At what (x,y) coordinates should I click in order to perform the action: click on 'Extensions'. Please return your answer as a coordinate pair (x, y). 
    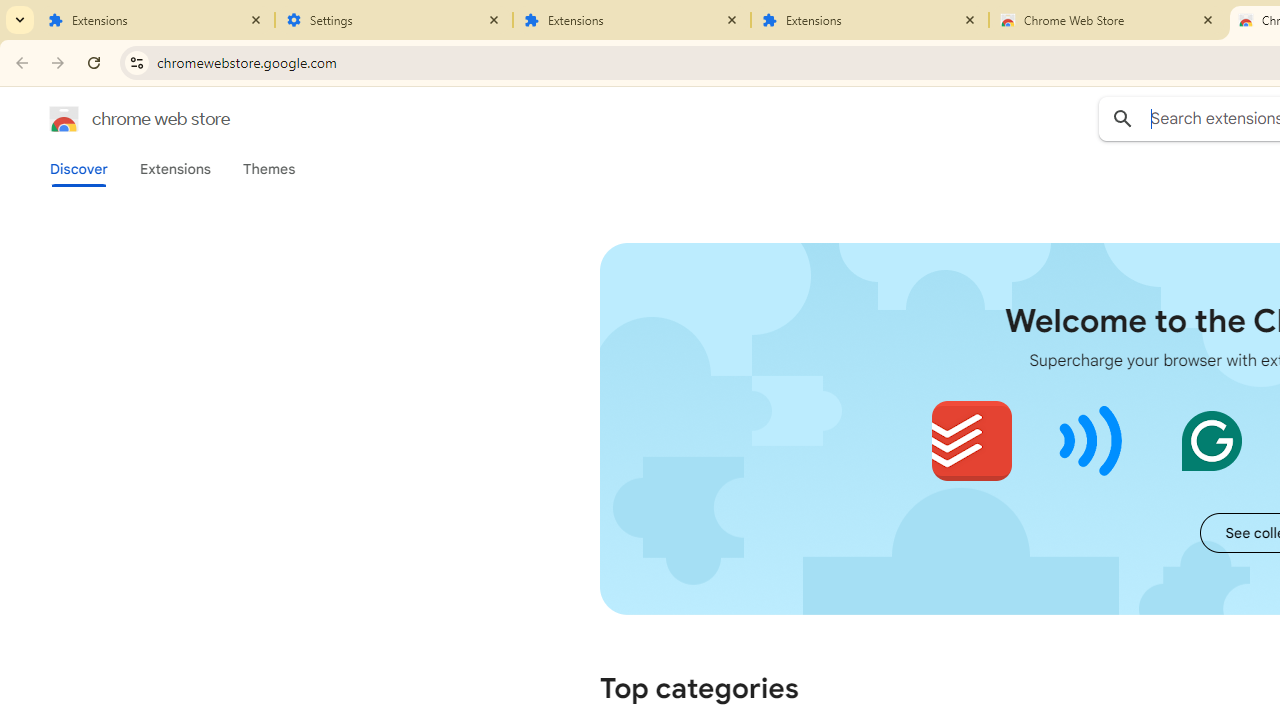
    Looking at the image, I should click on (174, 168).